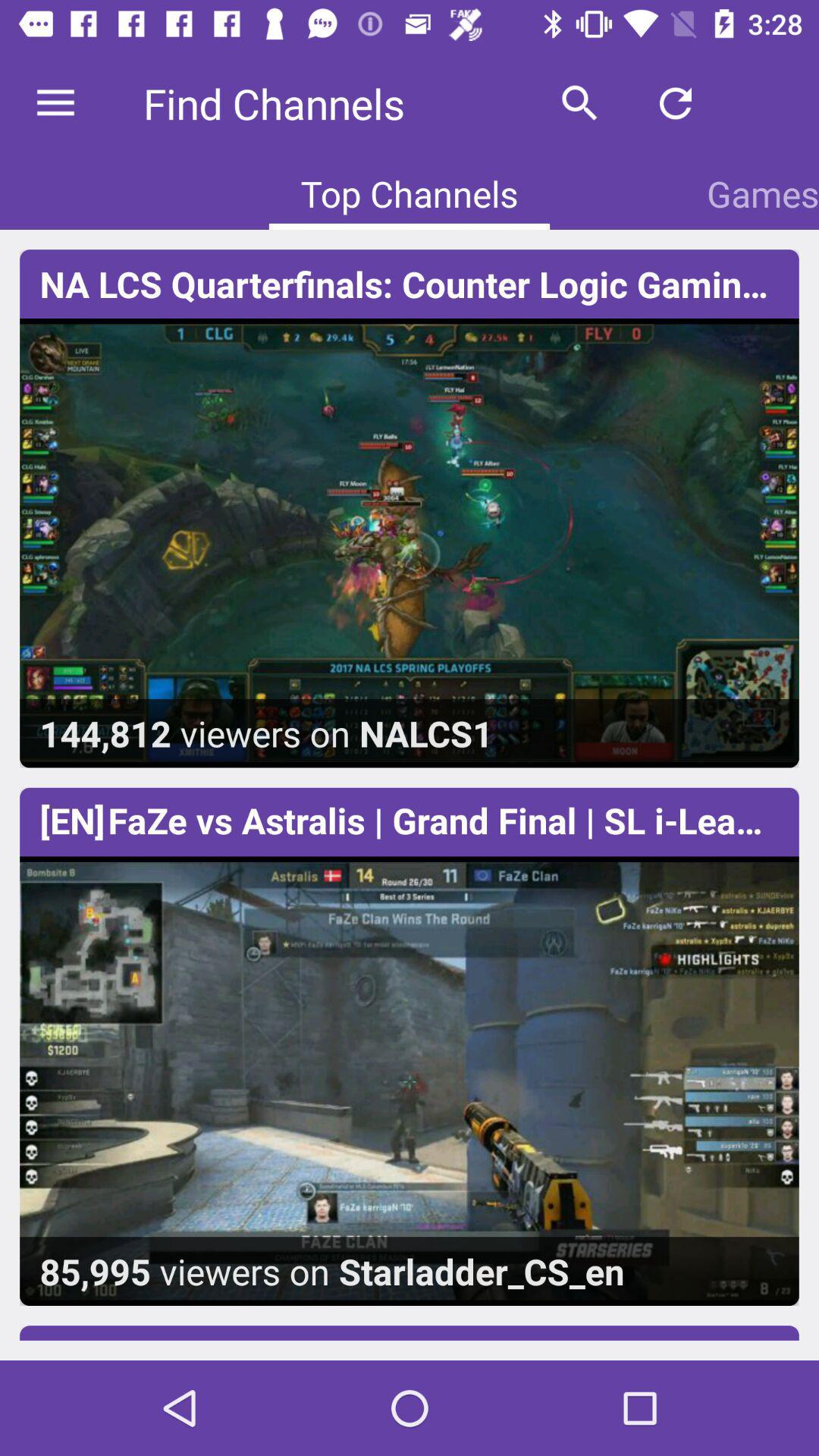 The width and height of the screenshot is (819, 1456). What do you see at coordinates (579, 102) in the screenshot?
I see `item above the na lcs quarterfinals icon` at bounding box center [579, 102].